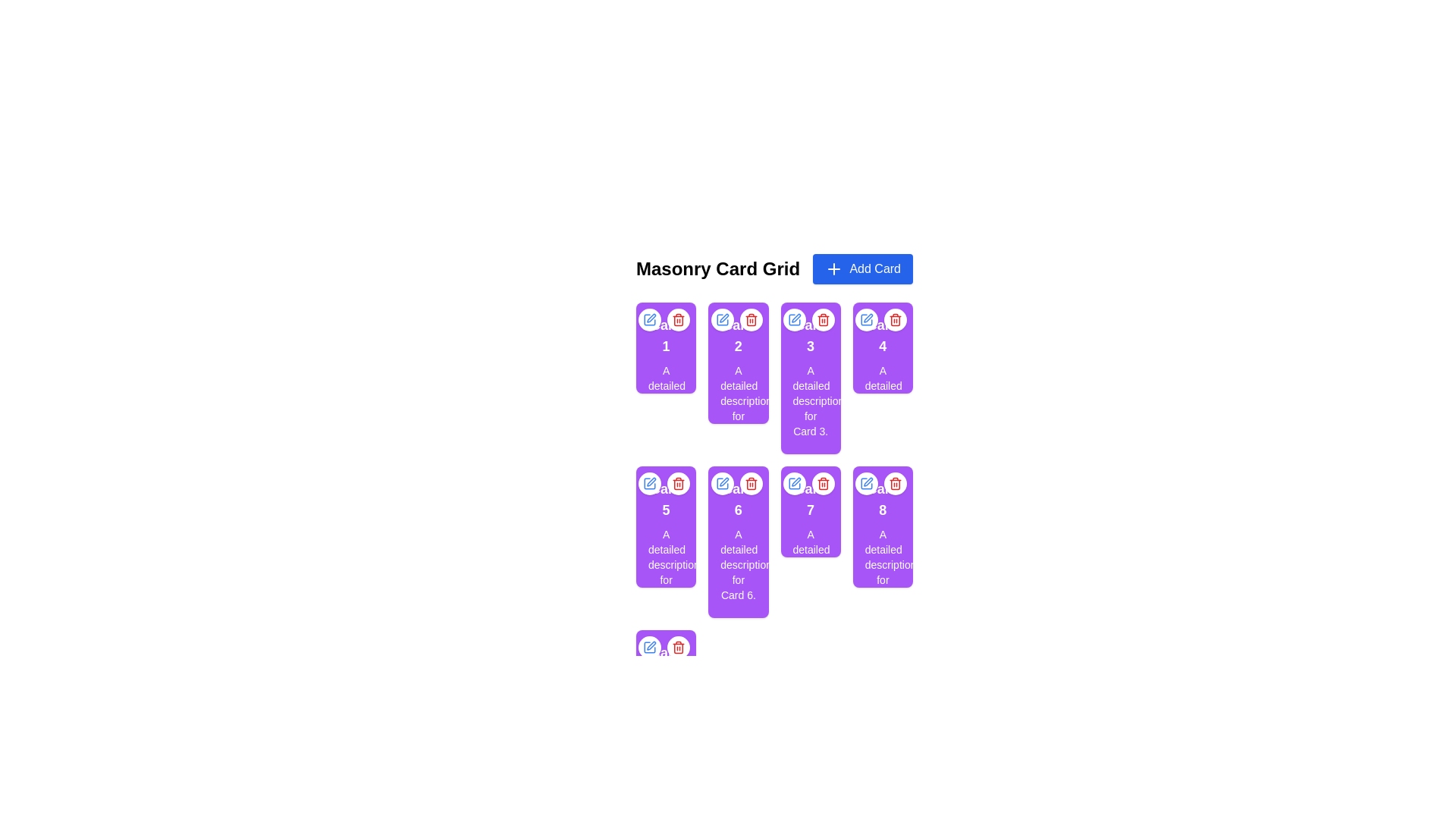  What do you see at coordinates (883, 348) in the screenshot?
I see `the delete icon on the fourth card in the grid layout` at bounding box center [883, 348].